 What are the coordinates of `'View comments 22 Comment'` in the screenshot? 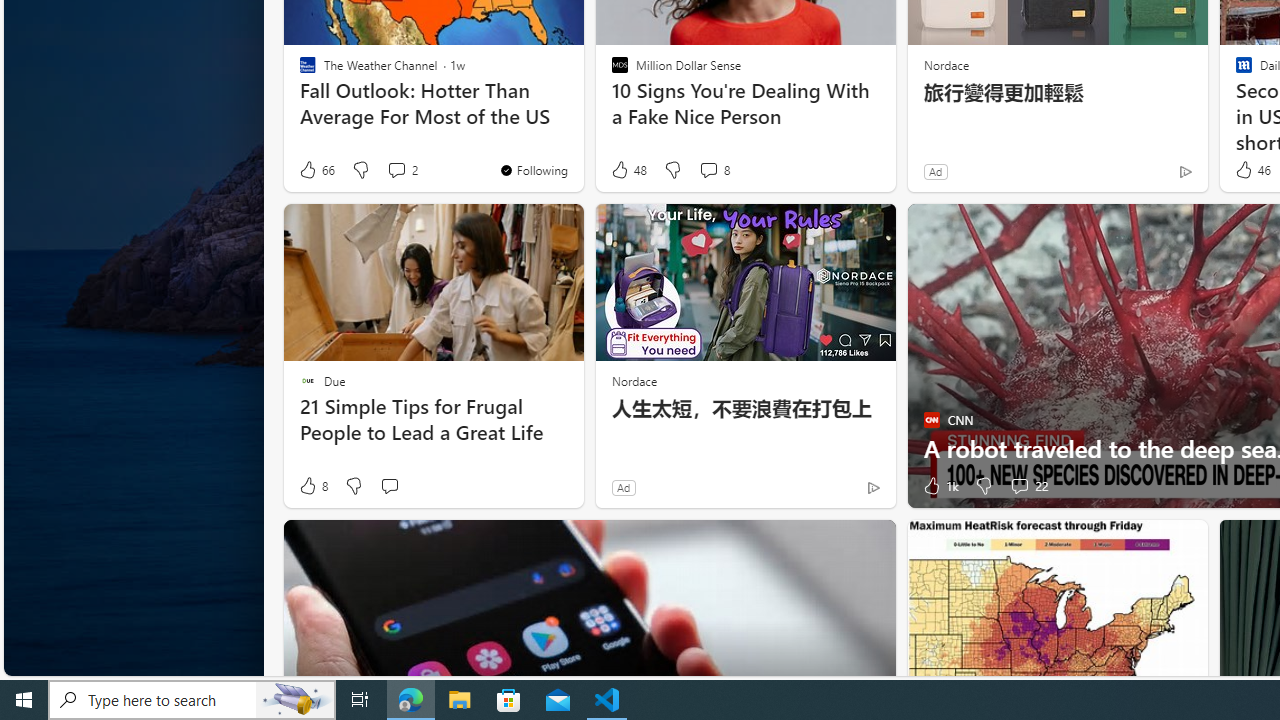 It's located at (1019, 486).